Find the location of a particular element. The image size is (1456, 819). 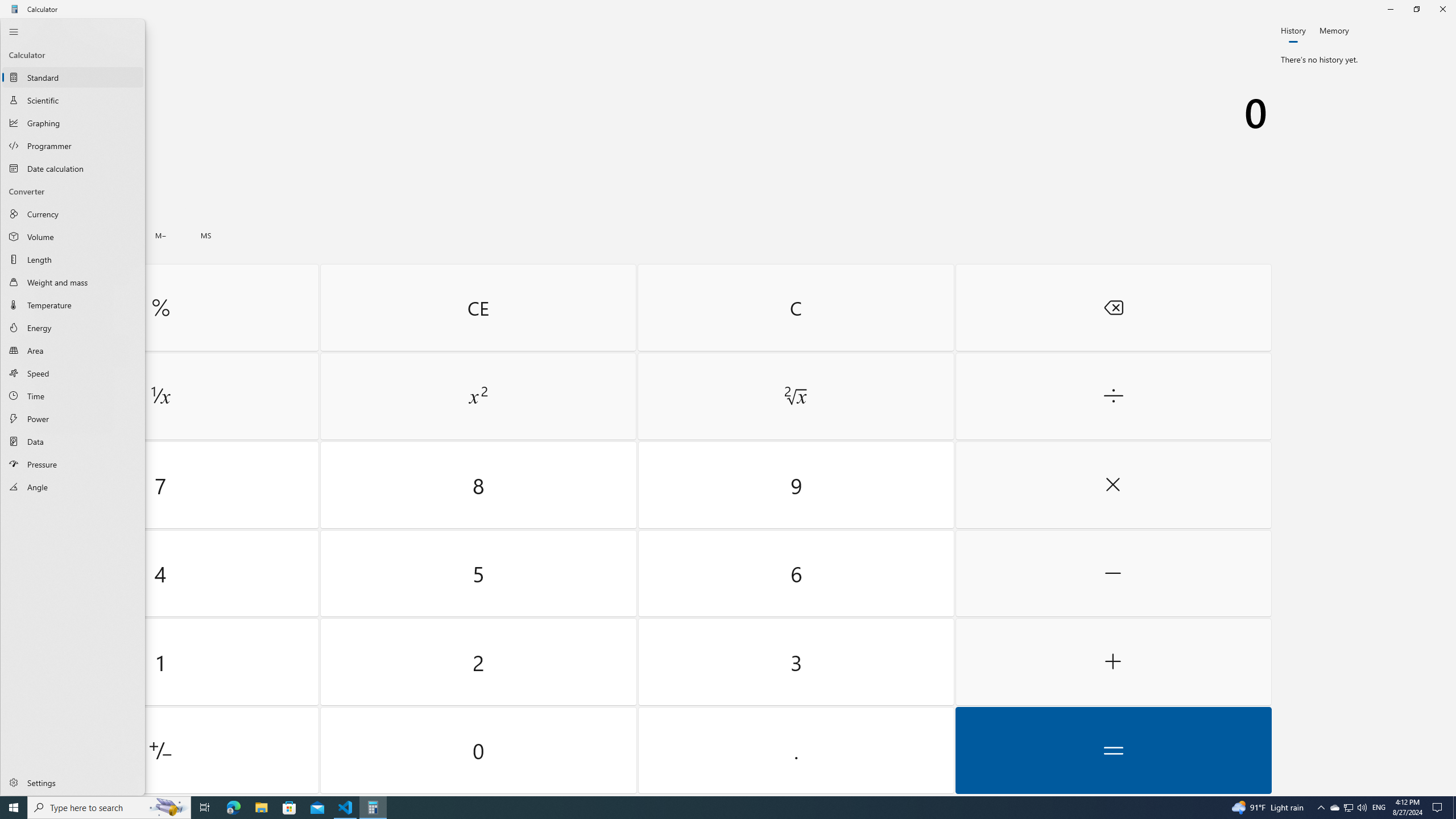

'Seven' is located at coordinates (160, 485).